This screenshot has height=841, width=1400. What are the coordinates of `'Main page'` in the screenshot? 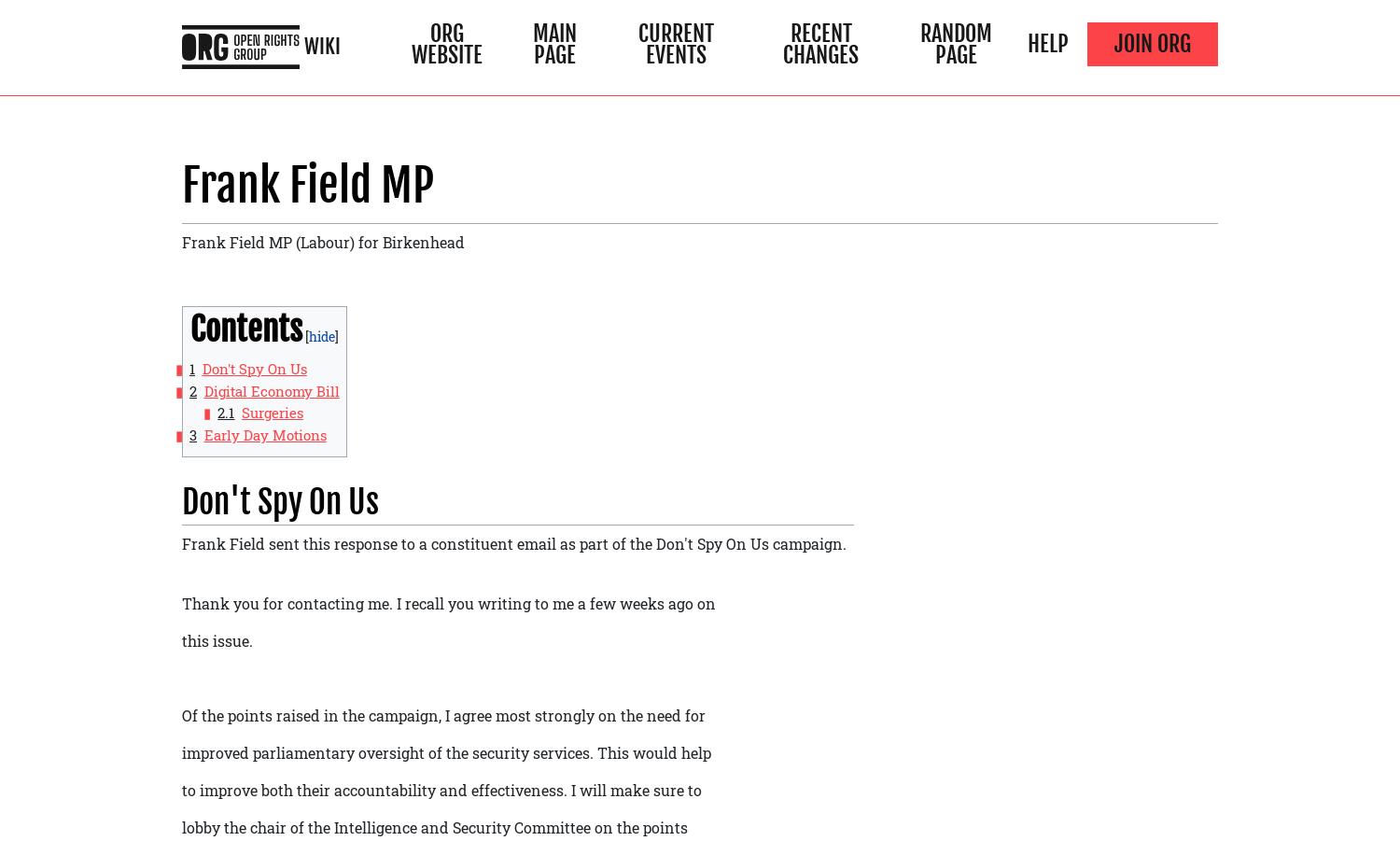 It's located at (553, 43).